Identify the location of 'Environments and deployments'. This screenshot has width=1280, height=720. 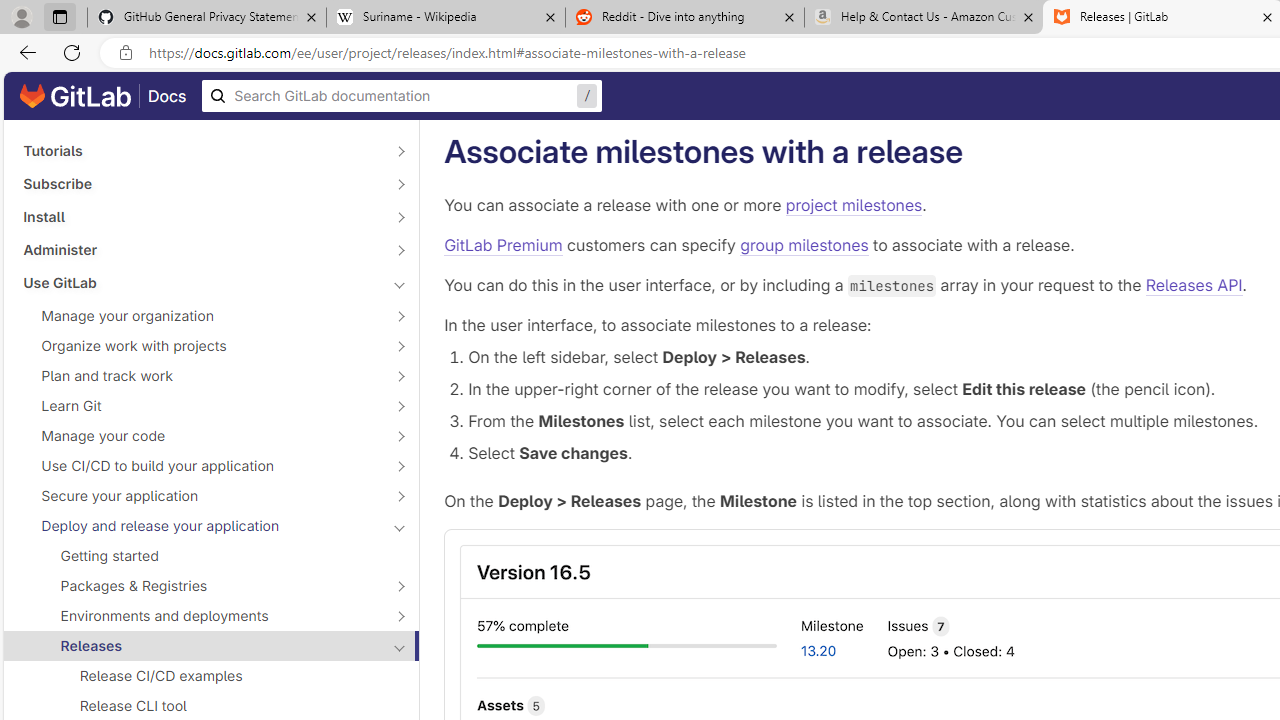
(200, 614).